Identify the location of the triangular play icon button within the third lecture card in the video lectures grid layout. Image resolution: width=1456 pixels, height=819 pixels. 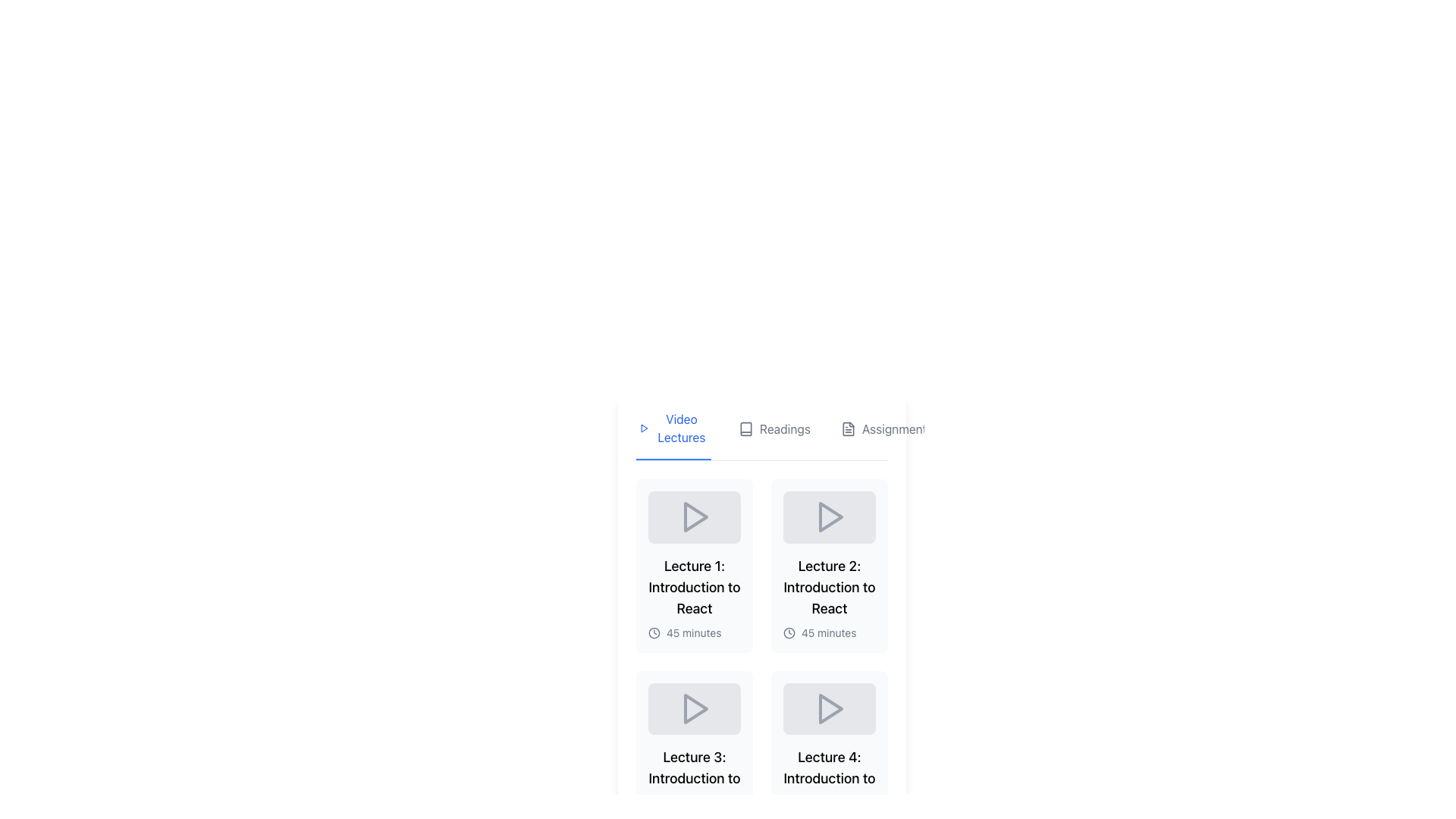
(694, 708).